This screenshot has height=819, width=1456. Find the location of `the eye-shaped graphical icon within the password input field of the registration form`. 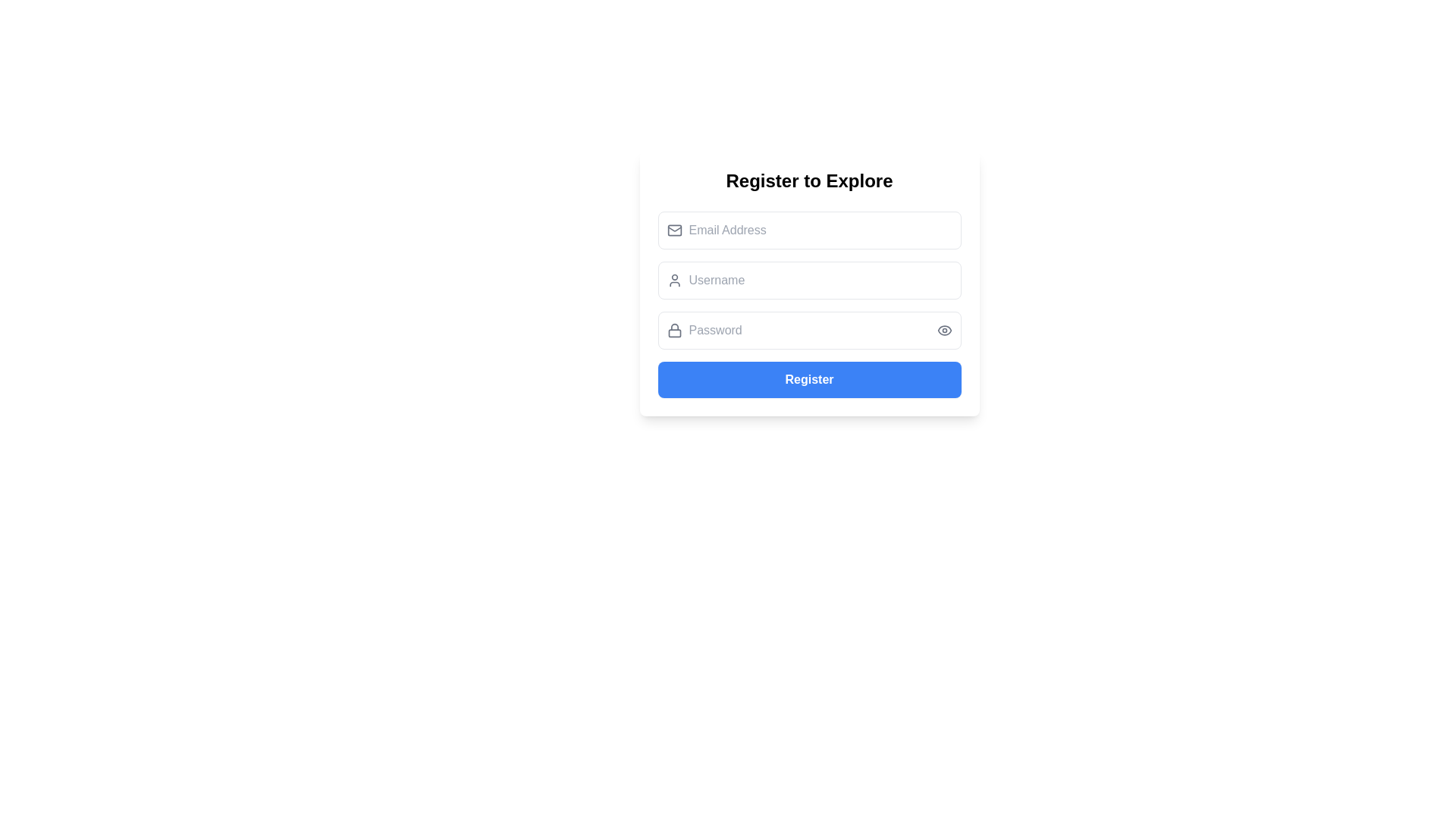

the eye-shaped graphical icon within the password input field of the registration form is located at coordinates (943, 329).